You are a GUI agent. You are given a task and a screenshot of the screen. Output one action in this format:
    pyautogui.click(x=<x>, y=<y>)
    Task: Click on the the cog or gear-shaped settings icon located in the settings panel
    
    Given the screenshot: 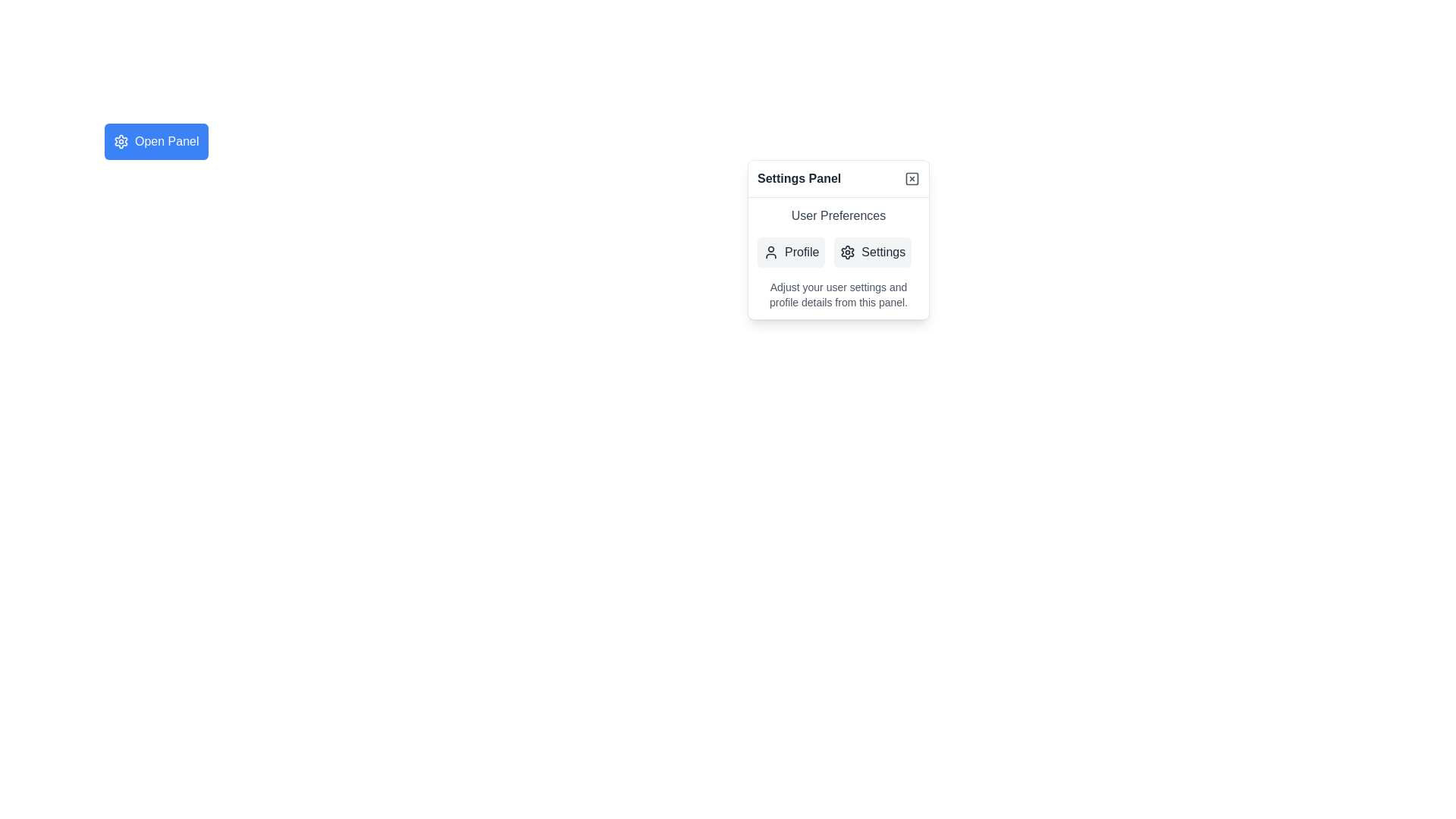 What is the action you would take?
    pyautogui.click(x=847, y=251)
    